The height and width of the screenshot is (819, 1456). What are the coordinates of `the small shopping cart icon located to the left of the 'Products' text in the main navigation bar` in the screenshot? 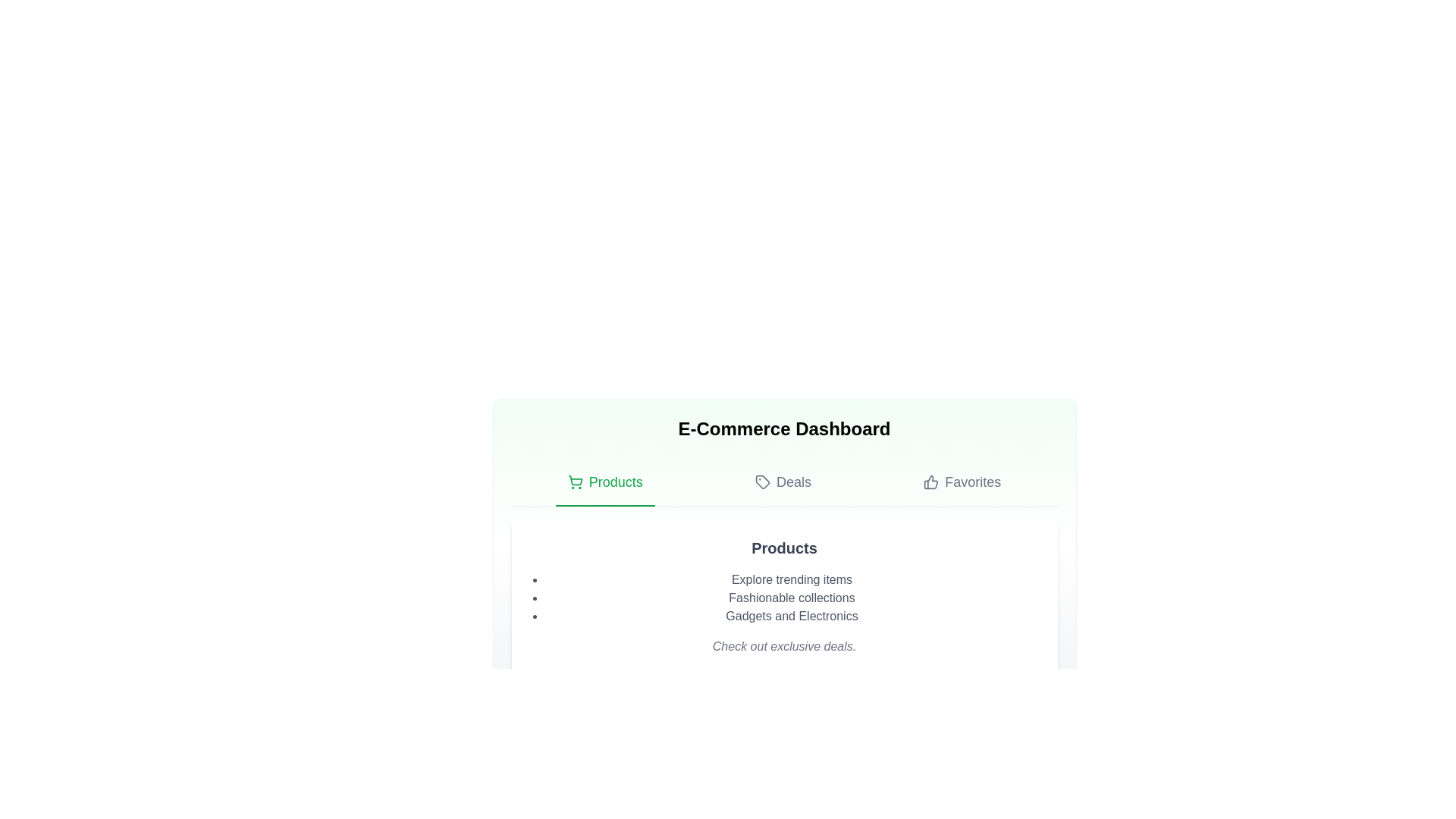 It's located at (574, 482).